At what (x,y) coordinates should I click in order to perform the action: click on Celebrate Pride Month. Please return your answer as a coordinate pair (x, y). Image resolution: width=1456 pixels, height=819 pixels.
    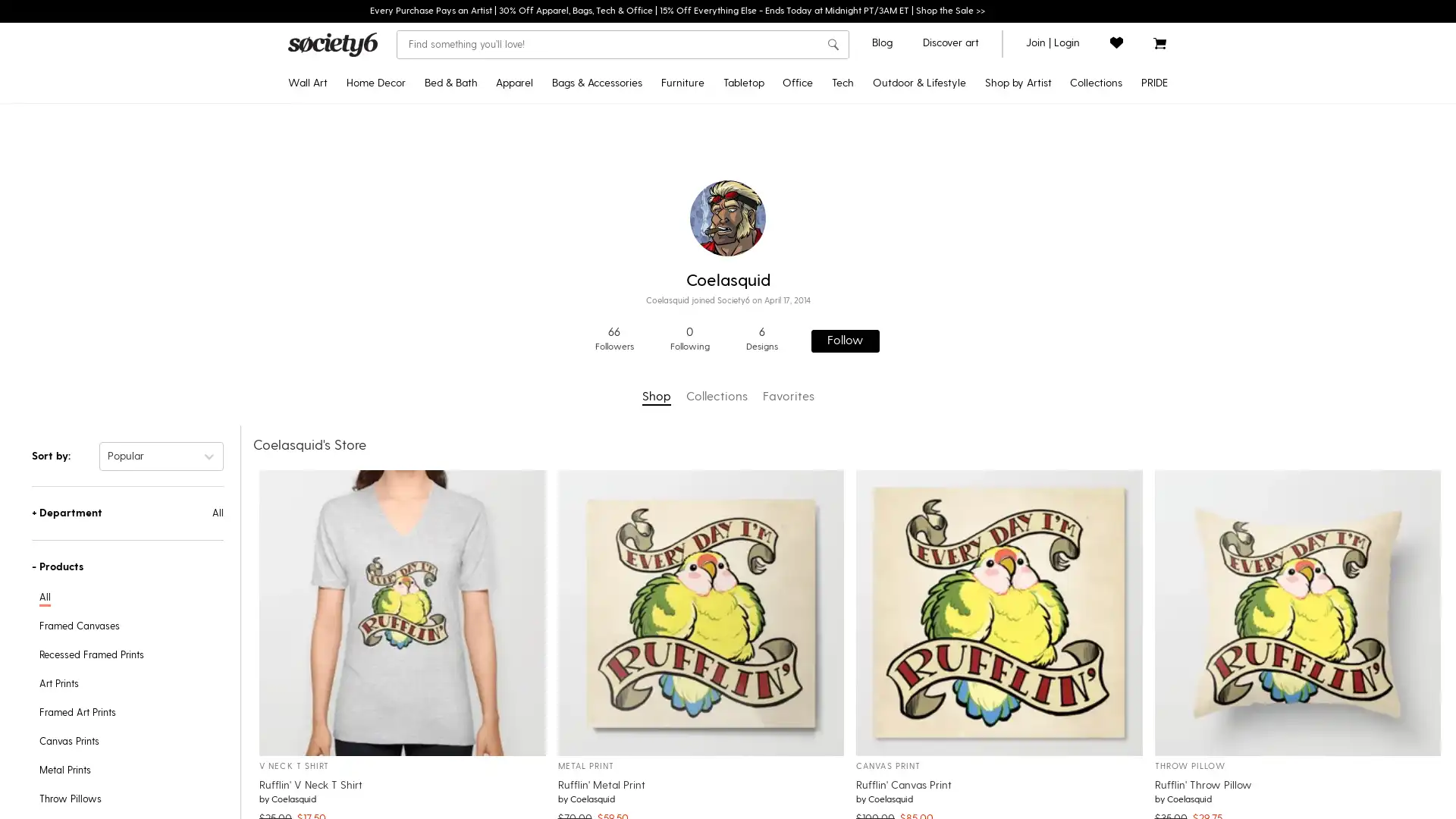
    Looking at the image, I should click on (1094, 121).